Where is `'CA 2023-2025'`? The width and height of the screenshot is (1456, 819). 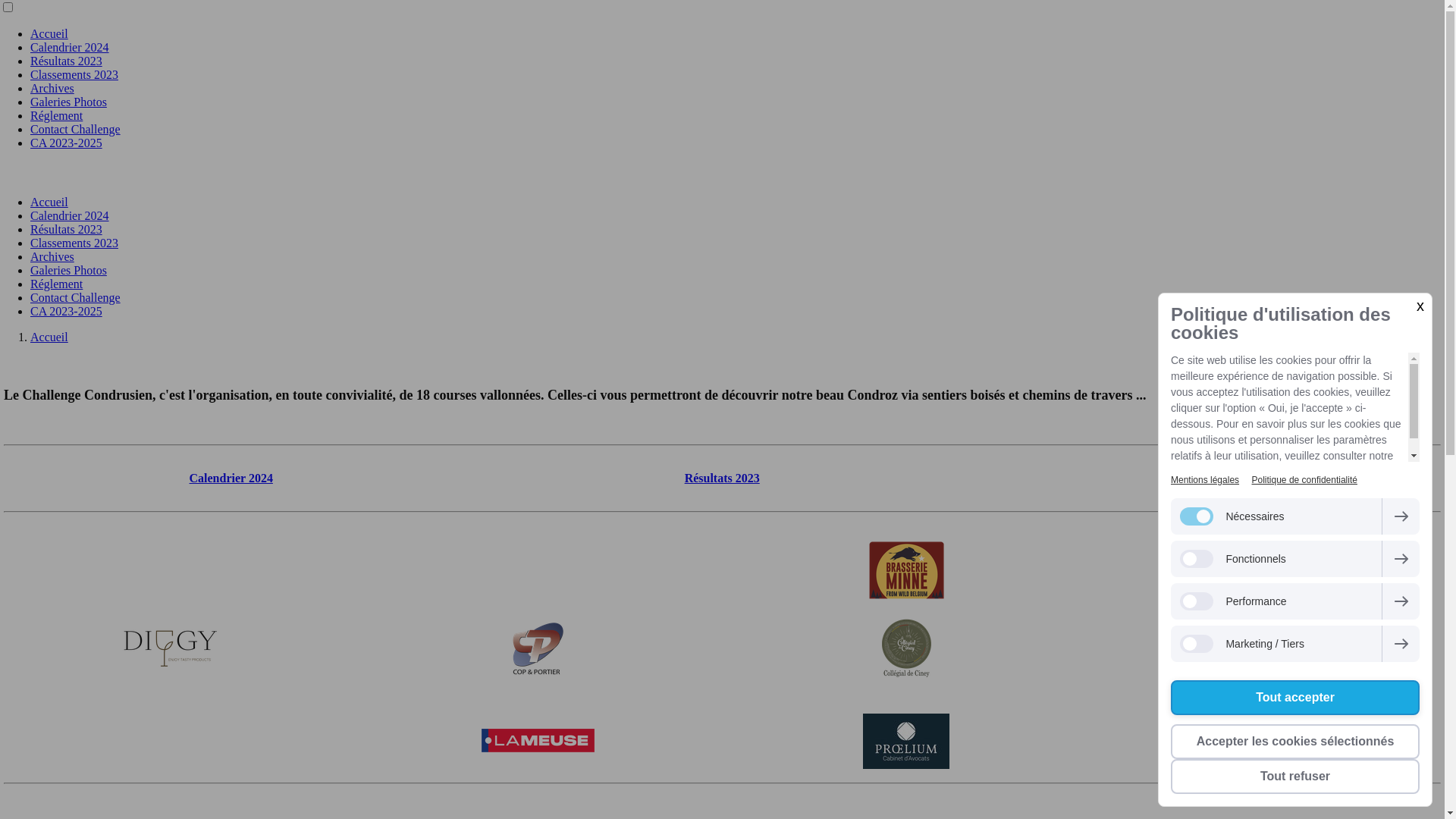 'CA 2023-2025' is located at coordinates (65, 143).